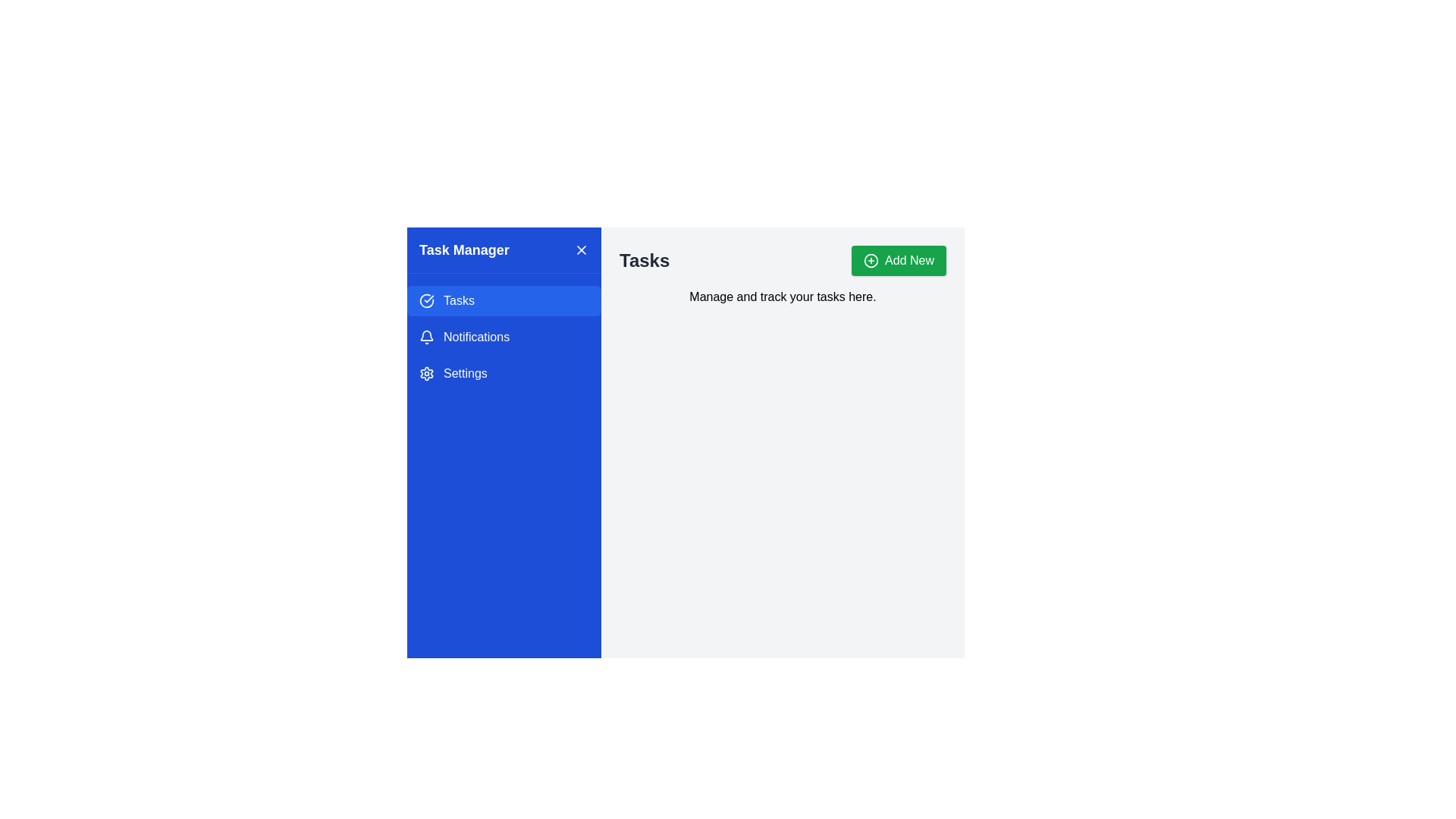 The image size is (1456, 819). I want to click on the circular checkmark icon with a blue background, so click(425, 301).